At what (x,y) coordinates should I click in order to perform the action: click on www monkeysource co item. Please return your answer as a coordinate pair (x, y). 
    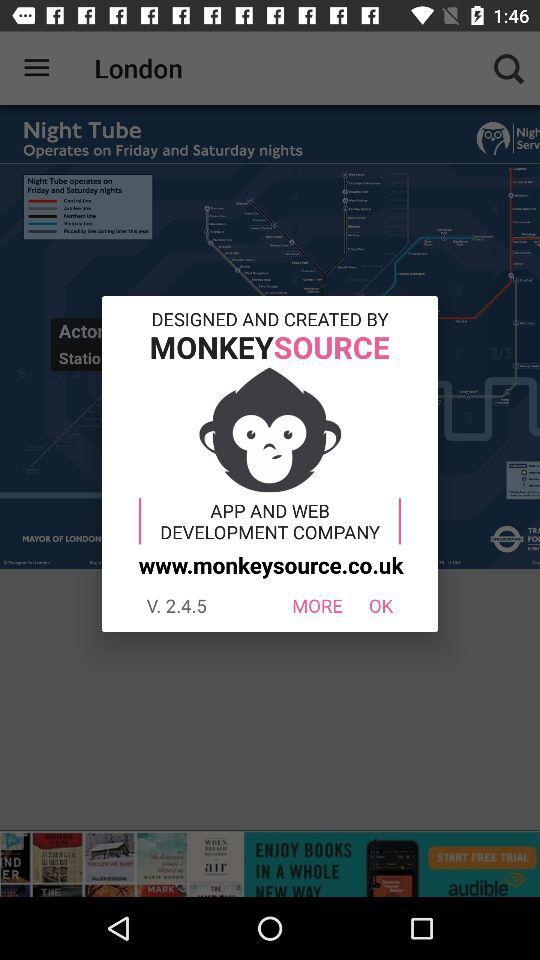
    Looking at the image, I should click on (268, 564).